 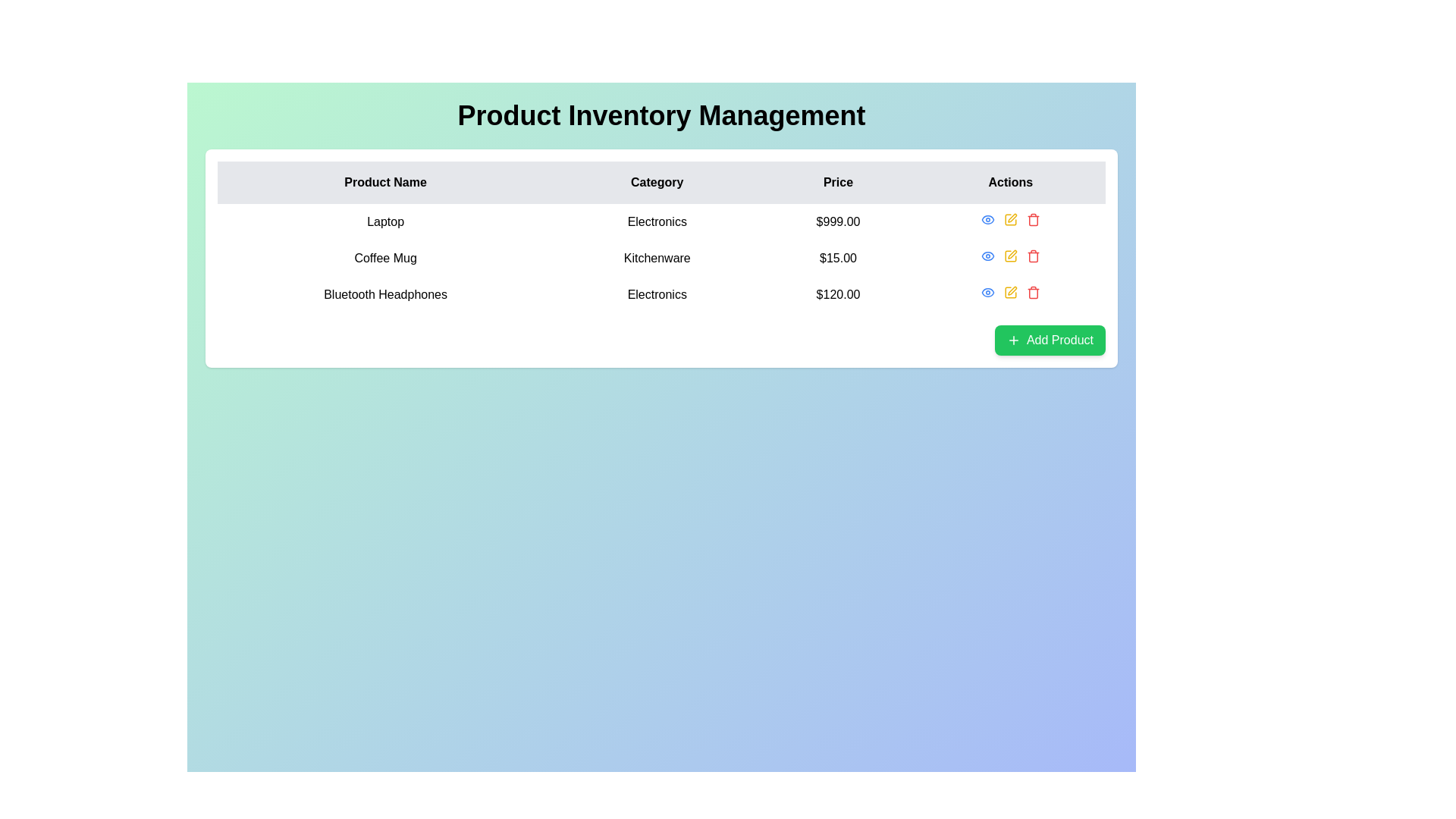 I want to click on the blue eye-shaped icon button in the first position of the 'Actions' column in the third row of the table, so click(x=987, y=292).